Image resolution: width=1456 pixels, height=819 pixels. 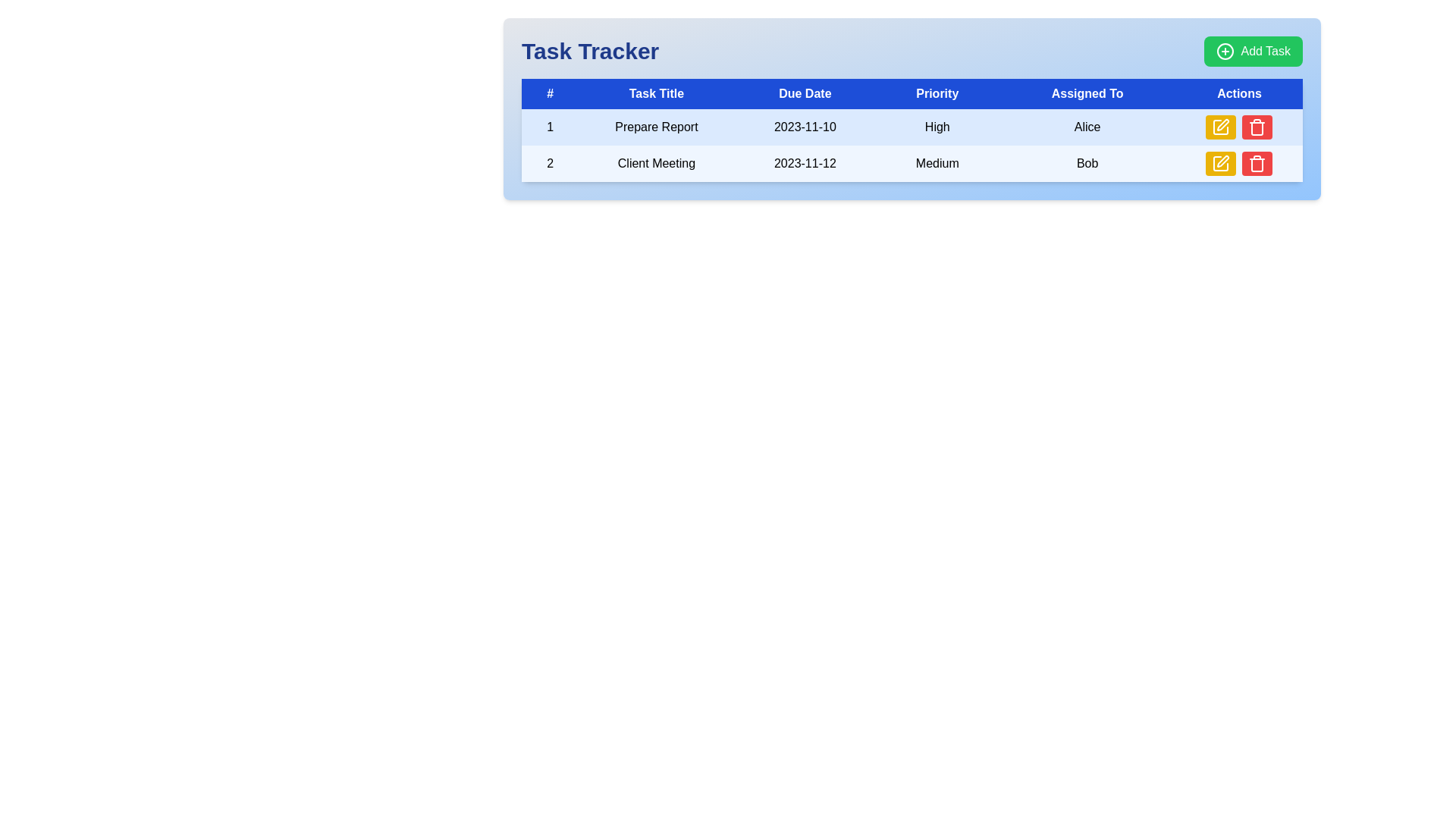 What do you see at coordinates (937, 164) in the screenshot?
I see `the text label displaying 'Medium' in the 'Priority' column of the second row in the 'Task Tracker' table, which has a blue and white striped background` at bounding box center [937, 164].